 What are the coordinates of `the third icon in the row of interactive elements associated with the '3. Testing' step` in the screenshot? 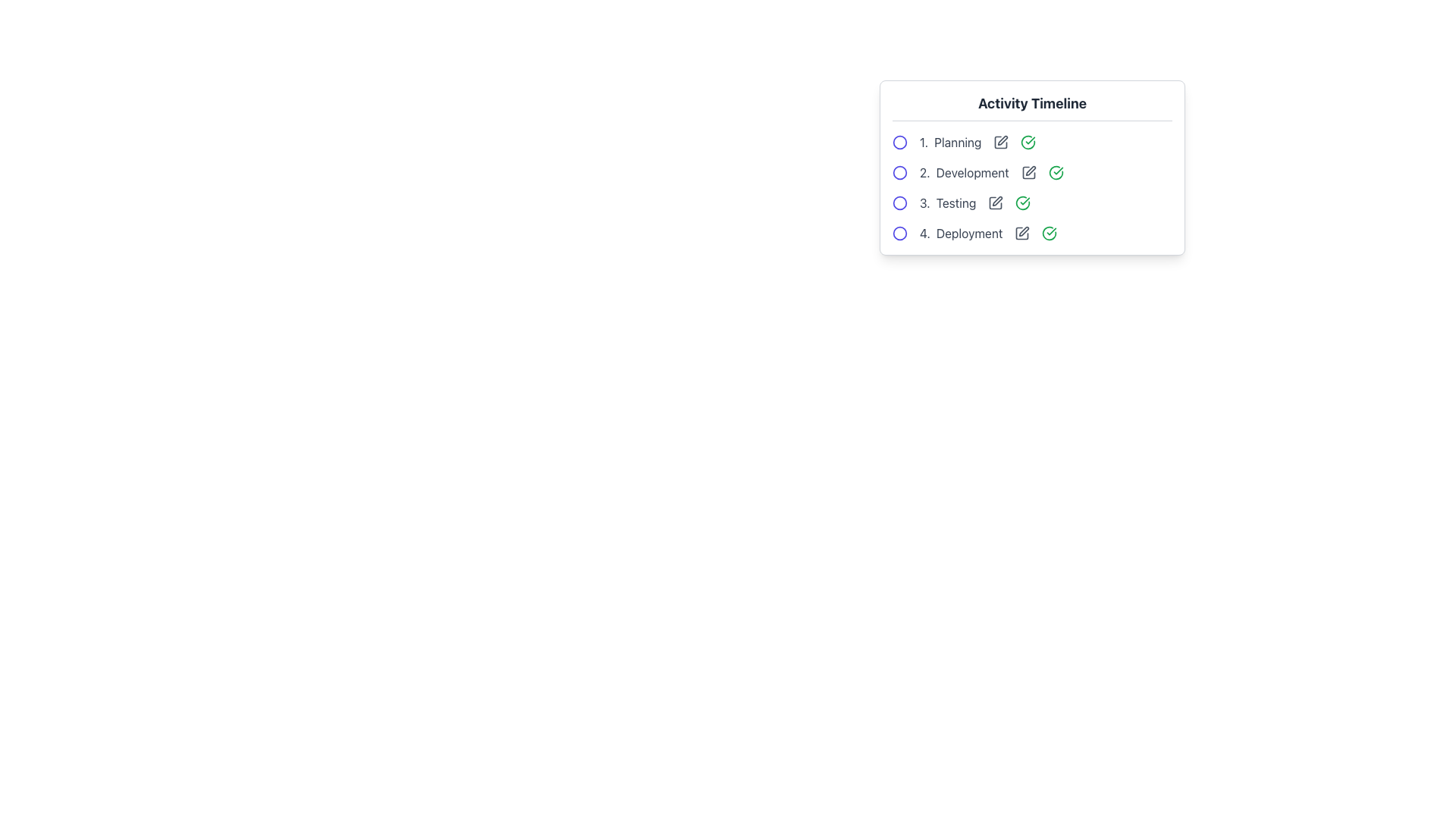 It's located at (996, 202).